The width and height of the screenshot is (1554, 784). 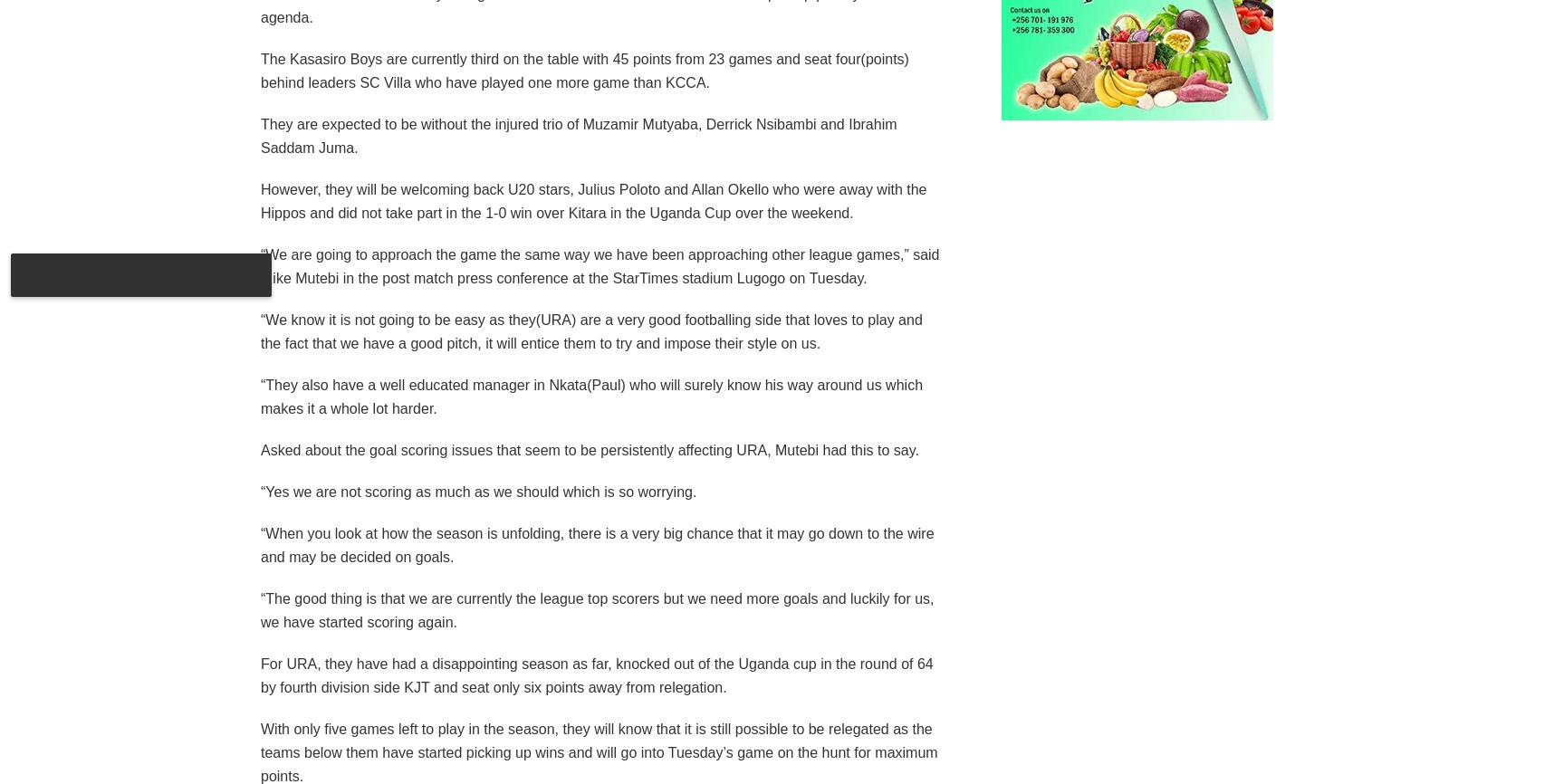 What do you see at coordinates (259, 608) in the screenshot?
I see `'“The good thing is that we are currently the league top scorers but we need more goals and luckily for us, we have started scoring again.'` at bounding box center [259, 608].